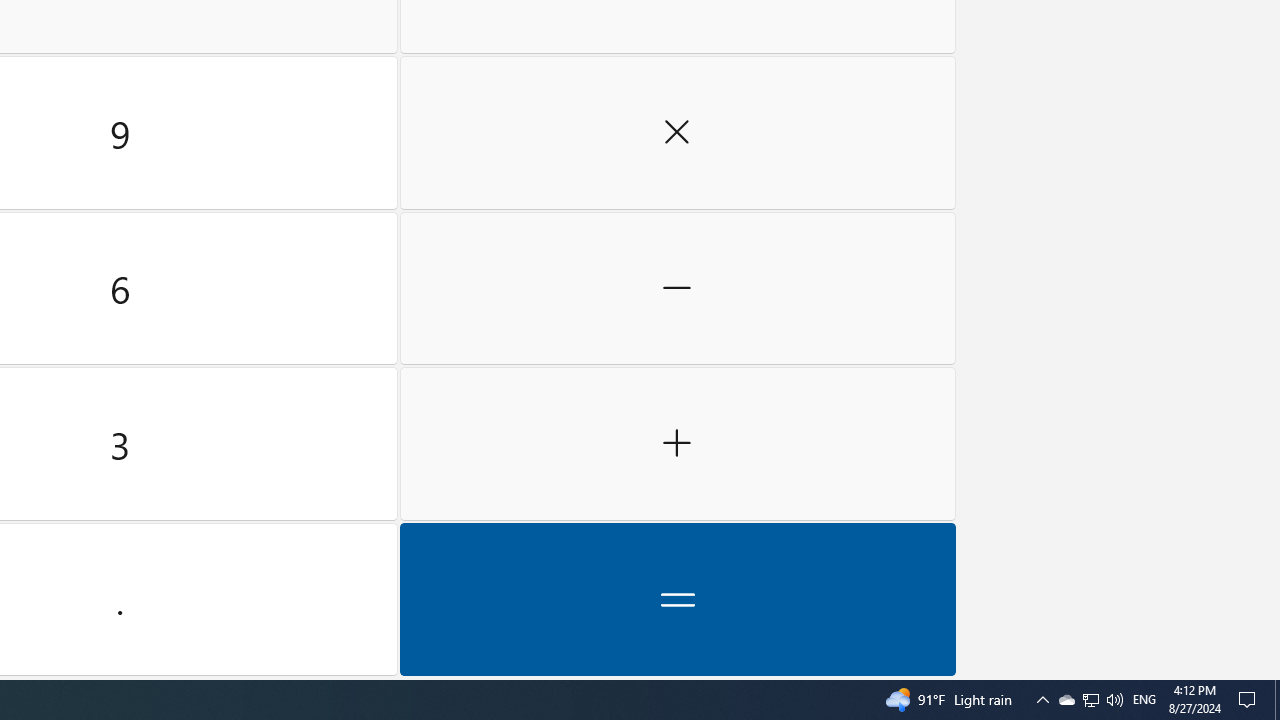 The width and height of the screenshot is (1280, 720). I want to click on 'Plus', so click(677, 443).